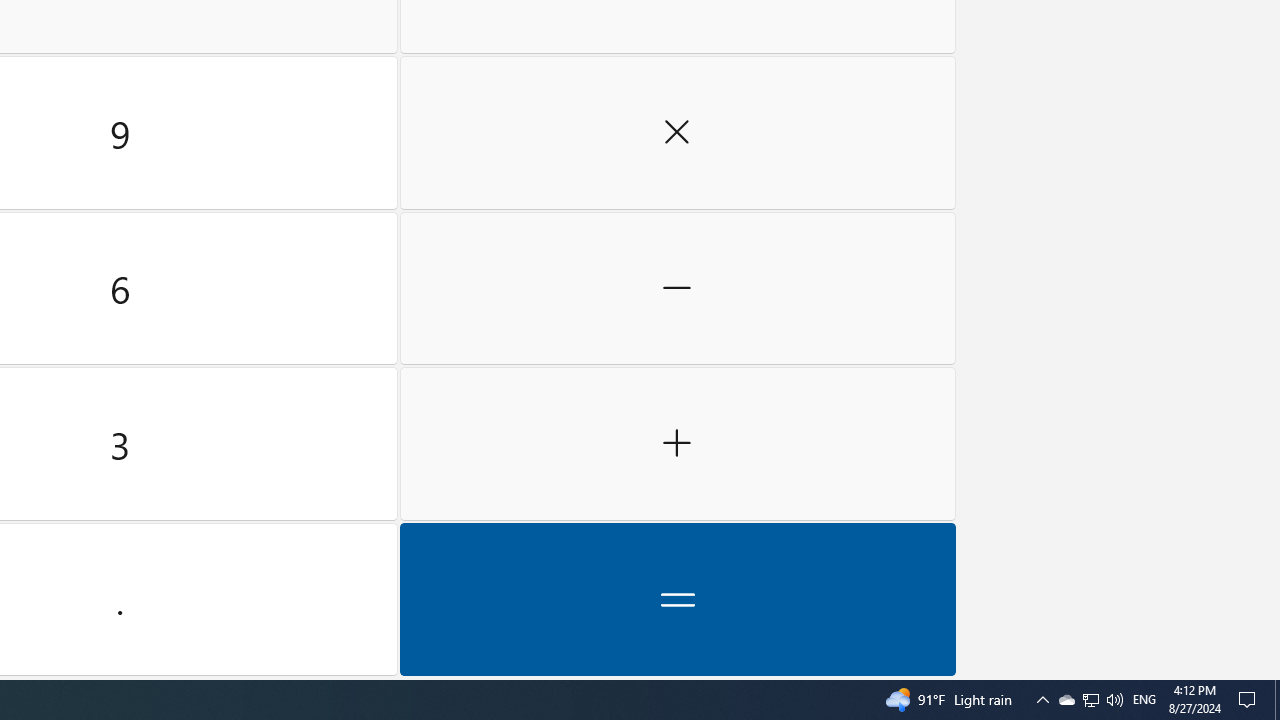 The width and height of the screenshot is (1280, 720). I want to click on 'Plus', so click(677, 443).